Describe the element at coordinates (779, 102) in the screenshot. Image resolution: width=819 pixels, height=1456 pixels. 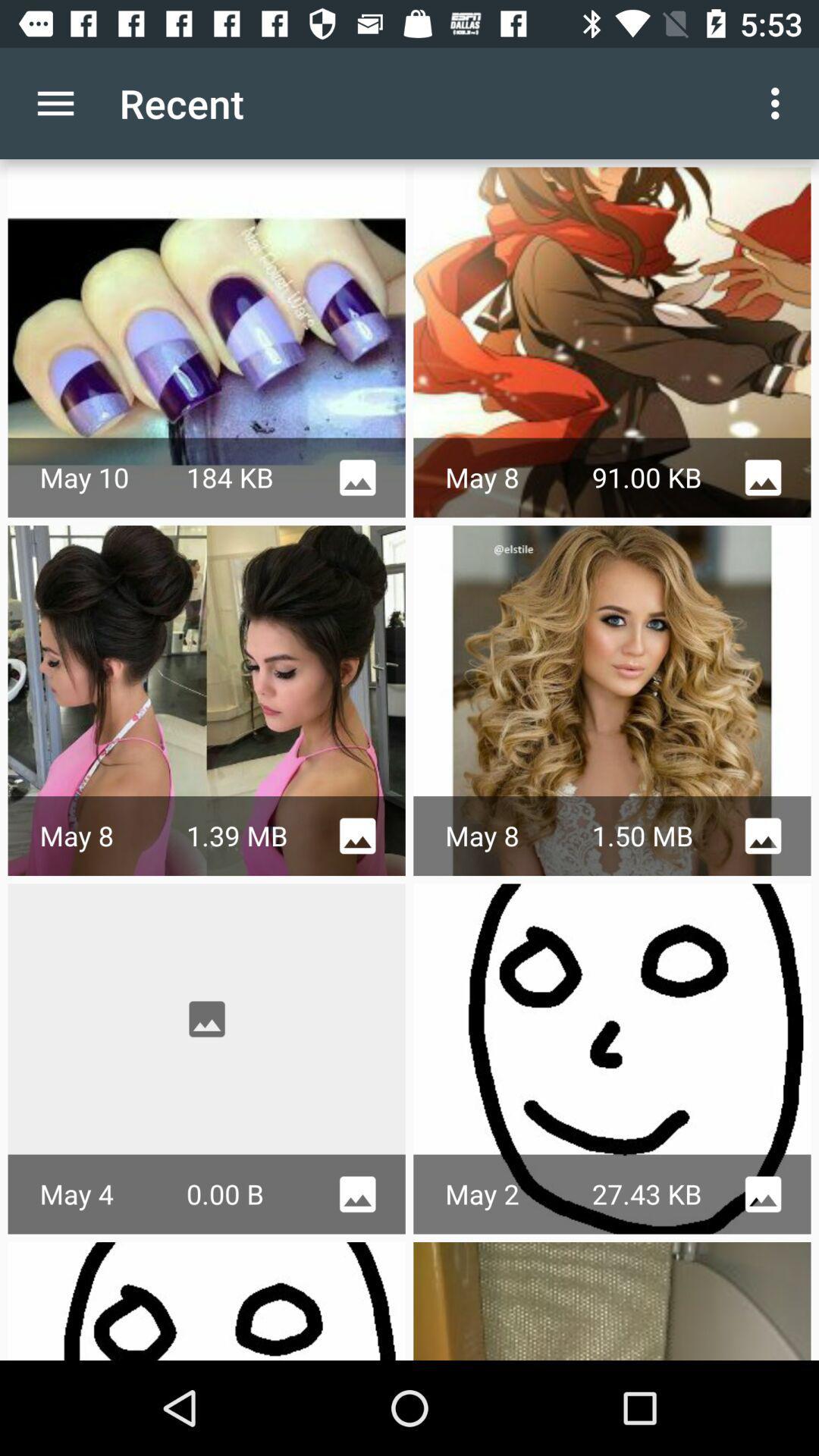
I see `the app next to the recent item` at that location.